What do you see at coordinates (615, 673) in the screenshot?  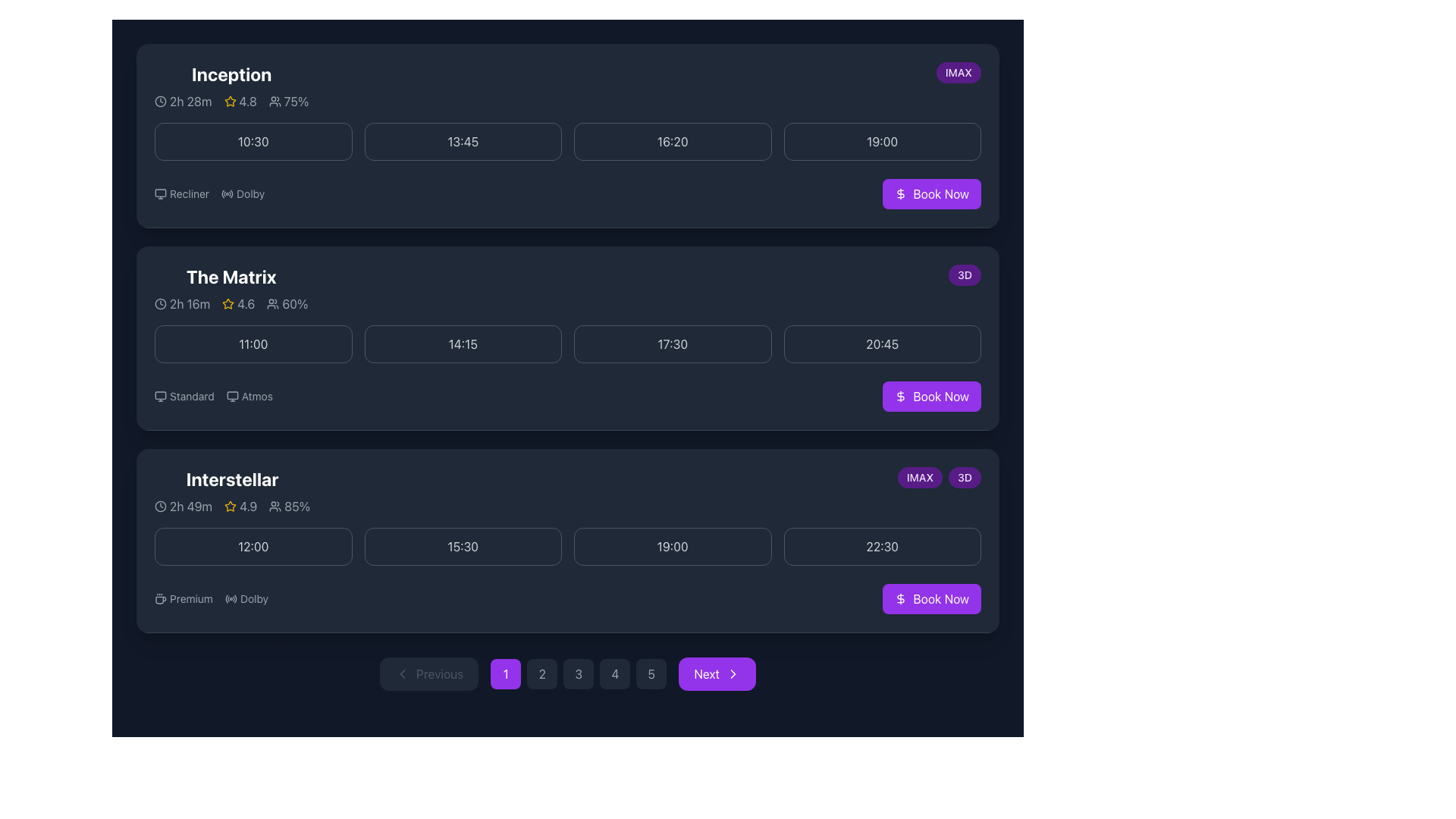 I see `the fourth pagination button` at bounding box center [615, 673].